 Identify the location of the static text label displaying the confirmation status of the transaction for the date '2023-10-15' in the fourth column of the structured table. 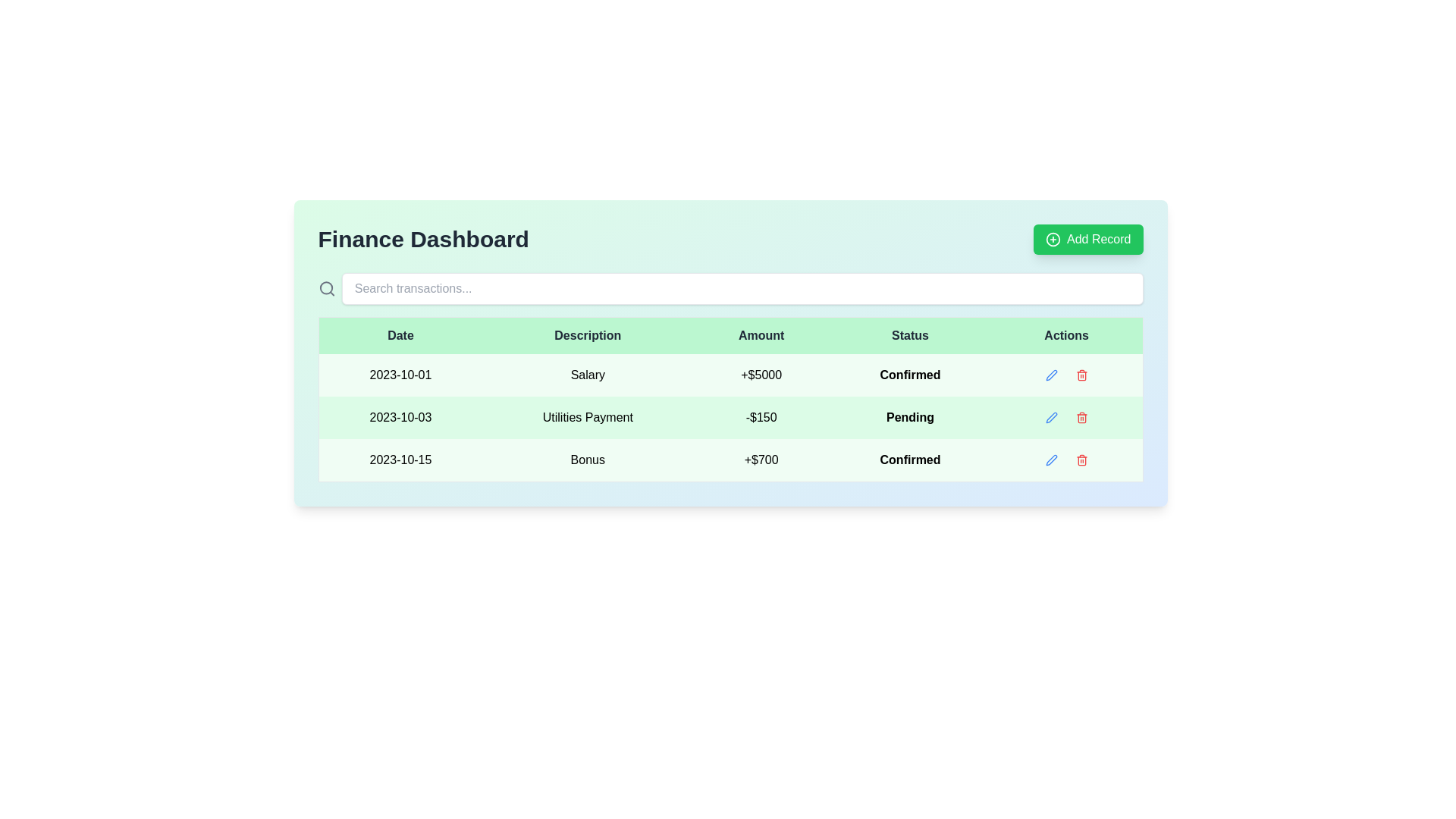
(910, 460).